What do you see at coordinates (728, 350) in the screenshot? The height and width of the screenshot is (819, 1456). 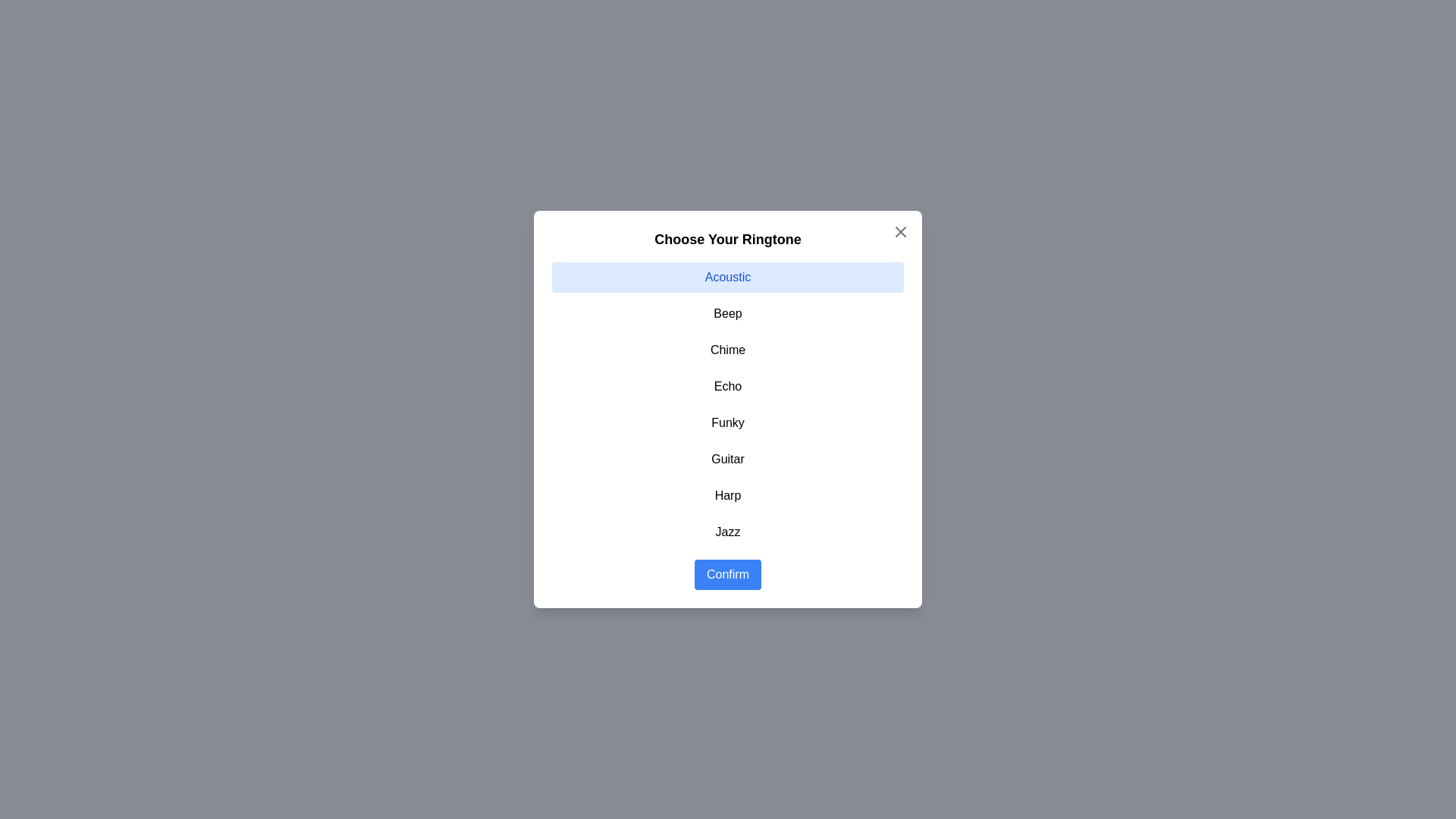 I see `the ringtone Chime from the list` at bounding box center [728, 350].